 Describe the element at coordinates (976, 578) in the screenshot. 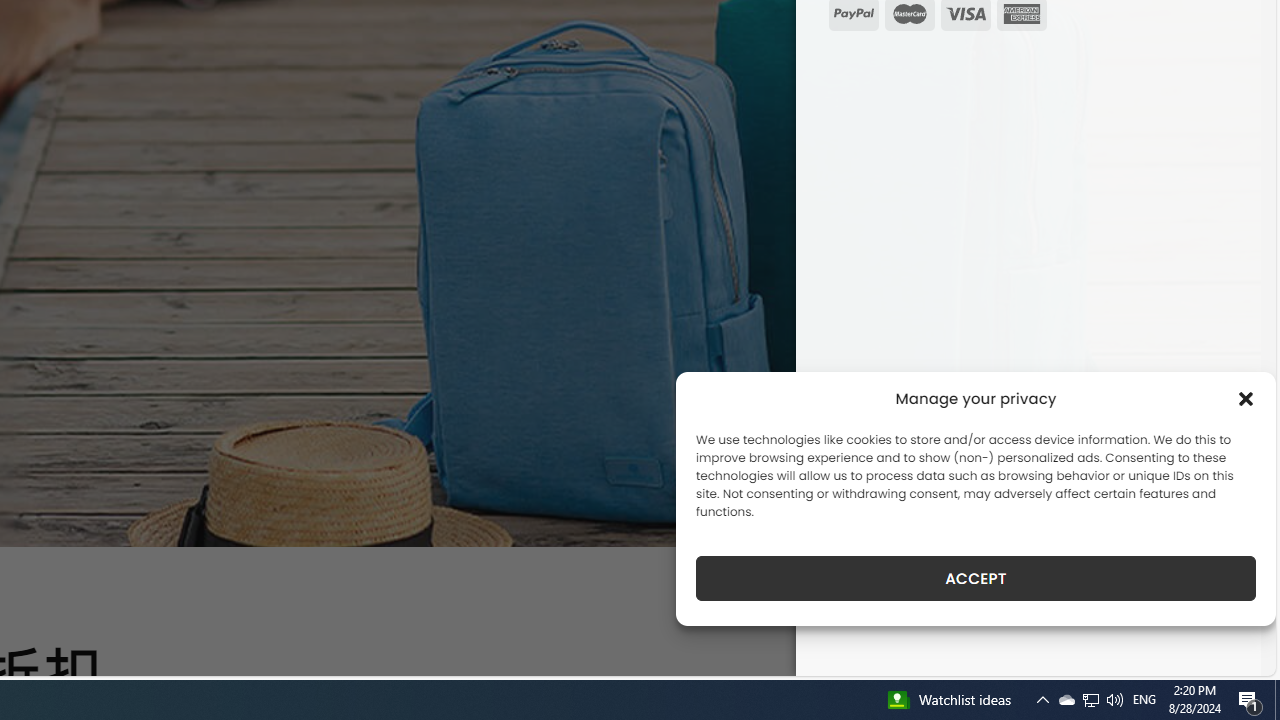

I see `'ACCEPT'` at that location.